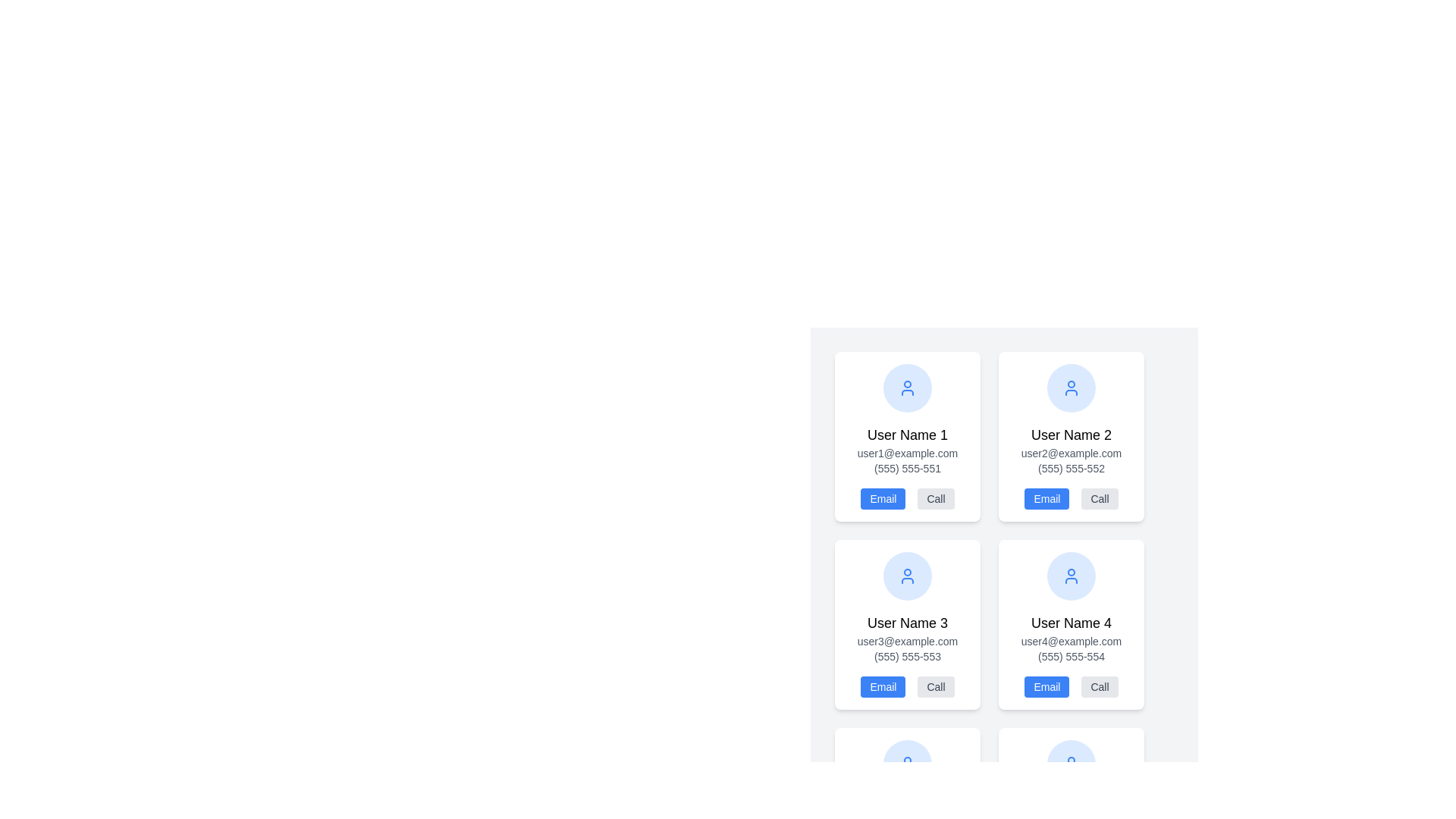  What do you see at coordinates (1046, 499) in the screenshot?
I see `the email button located to the left of the second button in the bottom section of the card displaying contact information for 'User Name 2'` at bounding box center [1046, 499].